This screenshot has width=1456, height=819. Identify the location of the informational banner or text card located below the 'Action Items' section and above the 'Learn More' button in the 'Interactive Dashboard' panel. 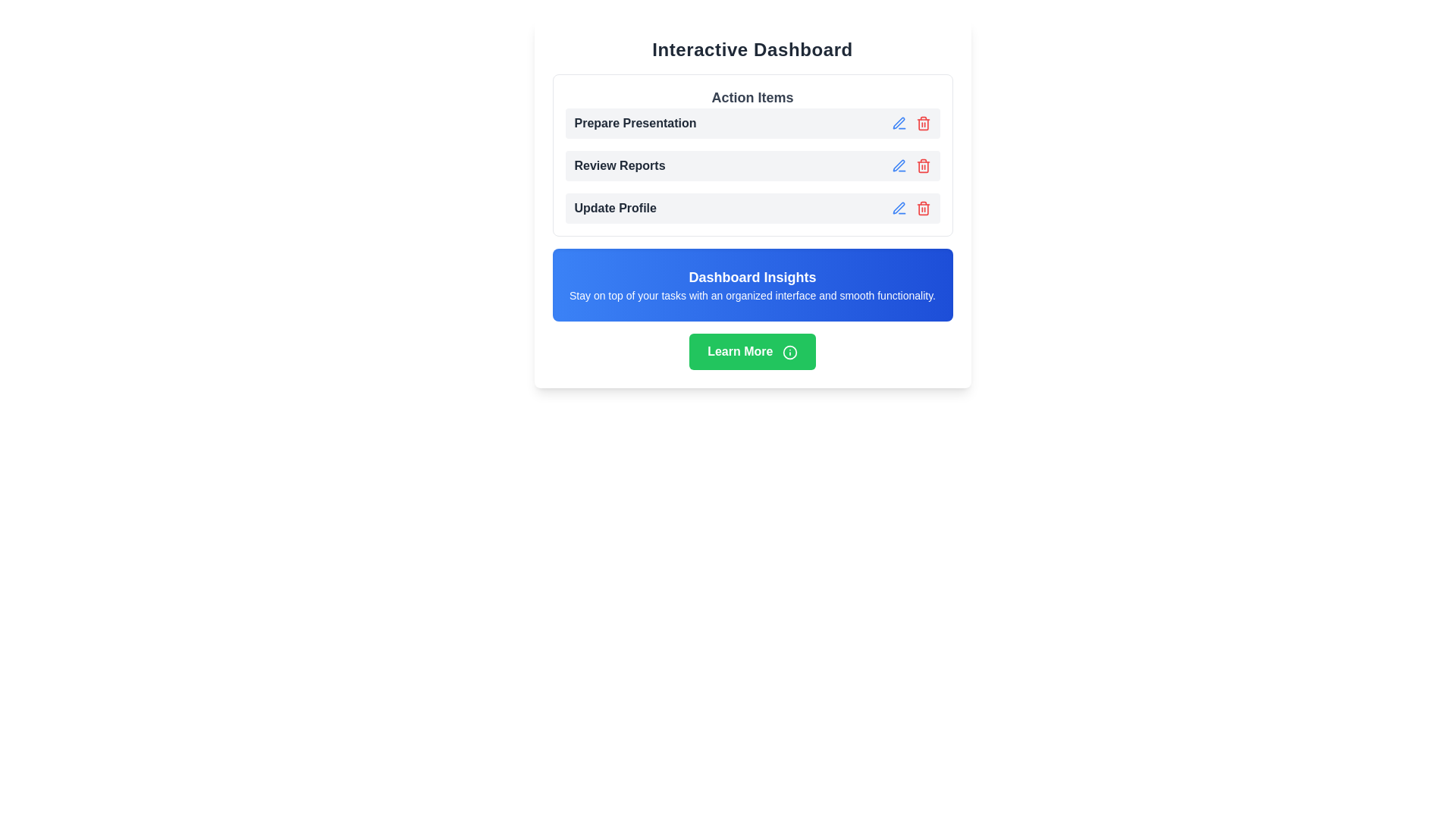
(752, 284).